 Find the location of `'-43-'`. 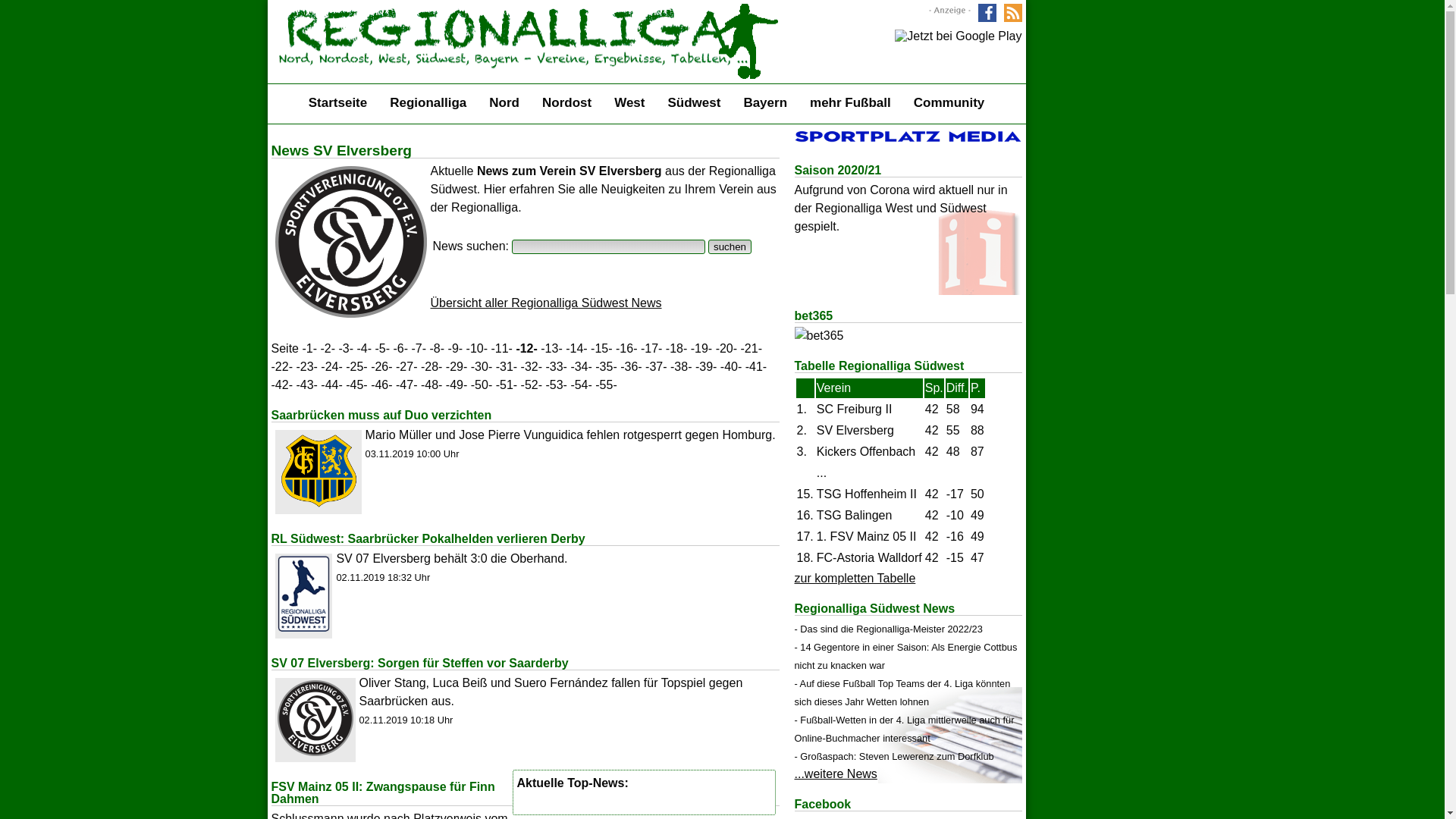

'-43-' is located at coordinates (305, 384).